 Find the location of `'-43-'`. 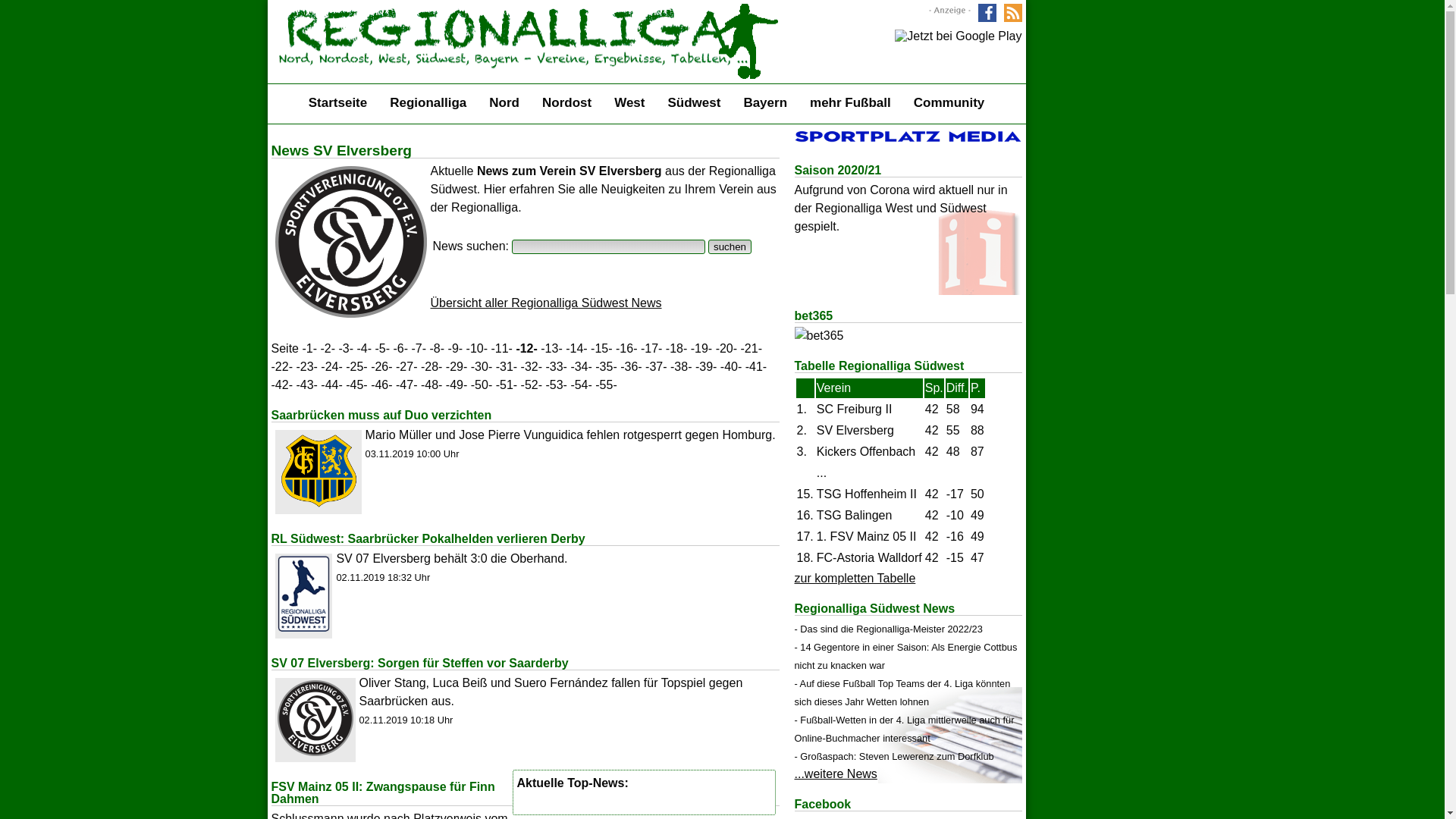

'-43-' is located at coordinates (305, 384).